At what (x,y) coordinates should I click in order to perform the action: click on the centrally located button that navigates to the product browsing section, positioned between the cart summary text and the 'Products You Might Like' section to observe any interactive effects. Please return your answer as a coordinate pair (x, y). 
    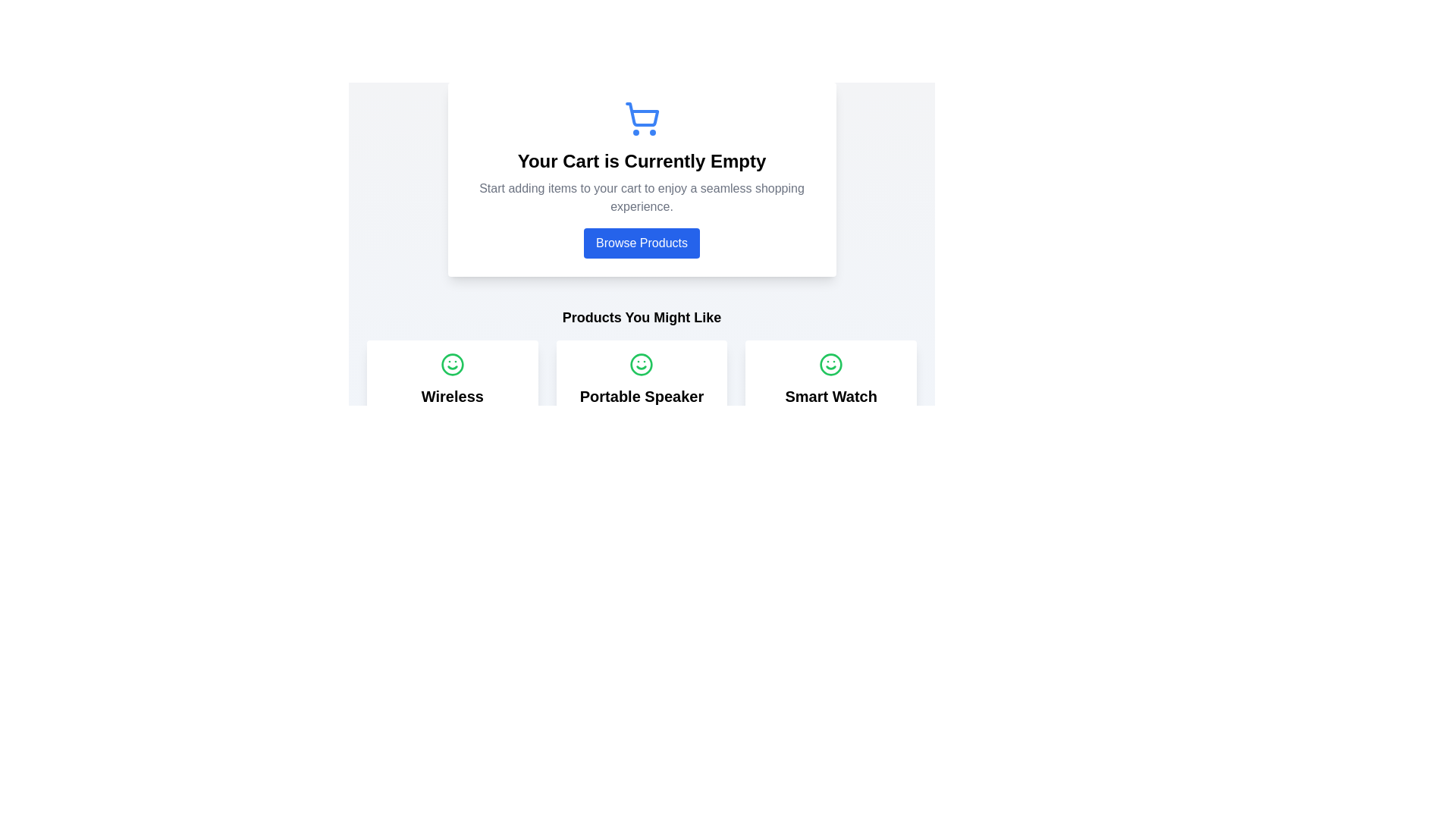
    Looking at the image, I should click on (642, 234).